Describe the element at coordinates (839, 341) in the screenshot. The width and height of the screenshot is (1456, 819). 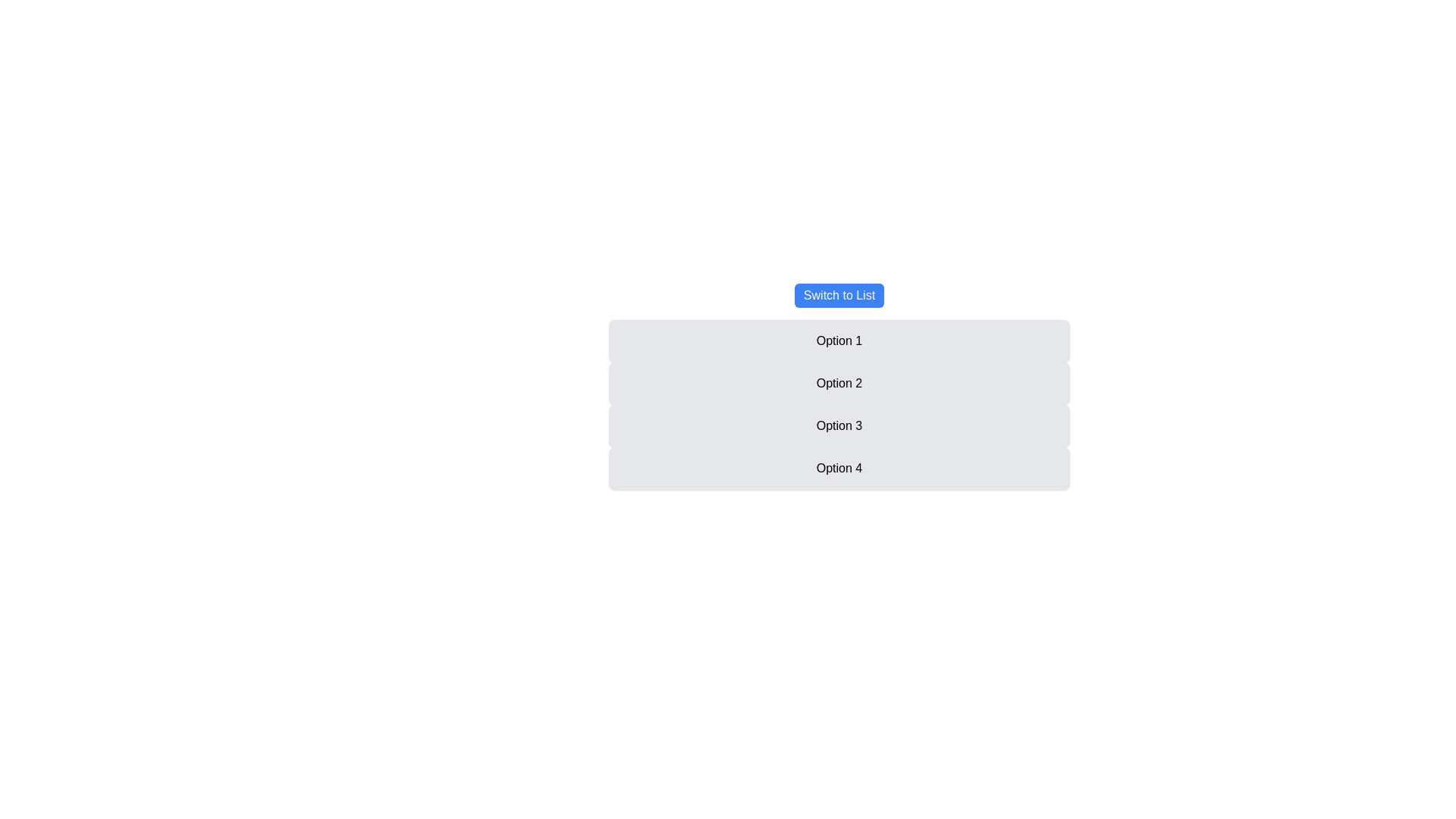
I see `the selectable item labeled 'Option 1', which is the first element in a vertical list with a light gray background and rounded corners, located beneath the 'Switch to List' button` at that location.